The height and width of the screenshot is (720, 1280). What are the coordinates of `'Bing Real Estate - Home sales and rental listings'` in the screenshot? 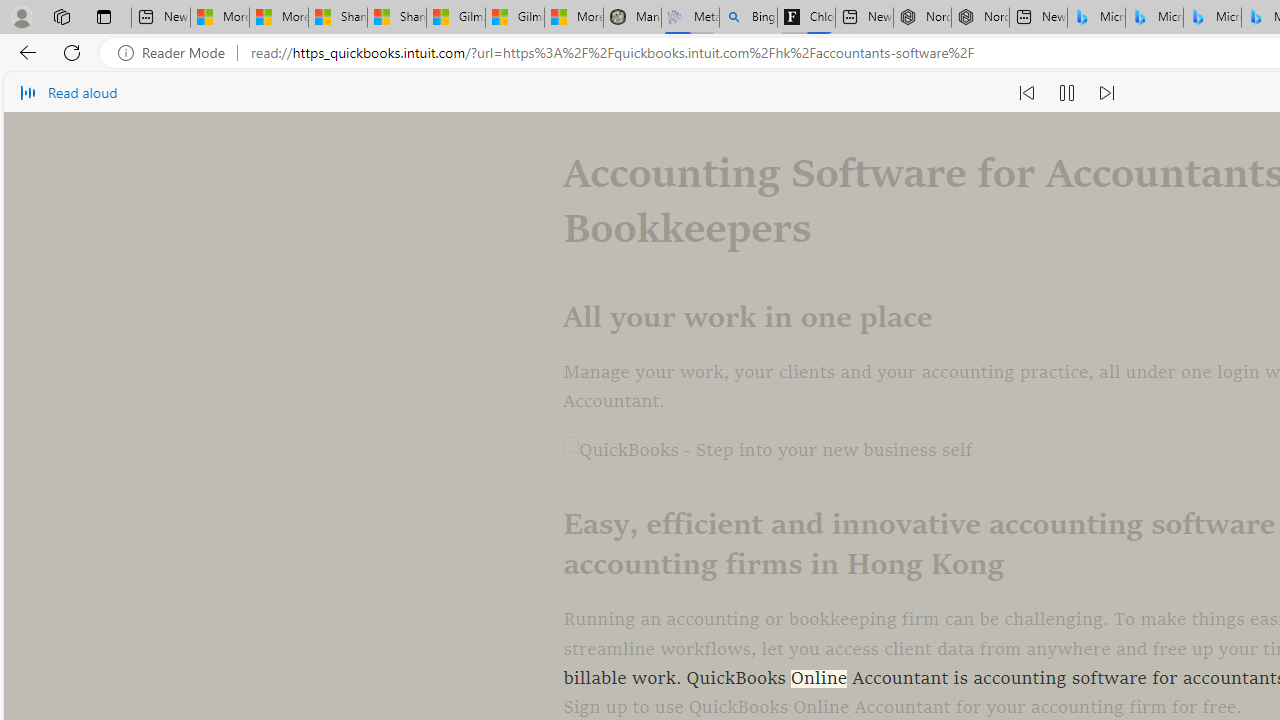 It's located at (747, 17).